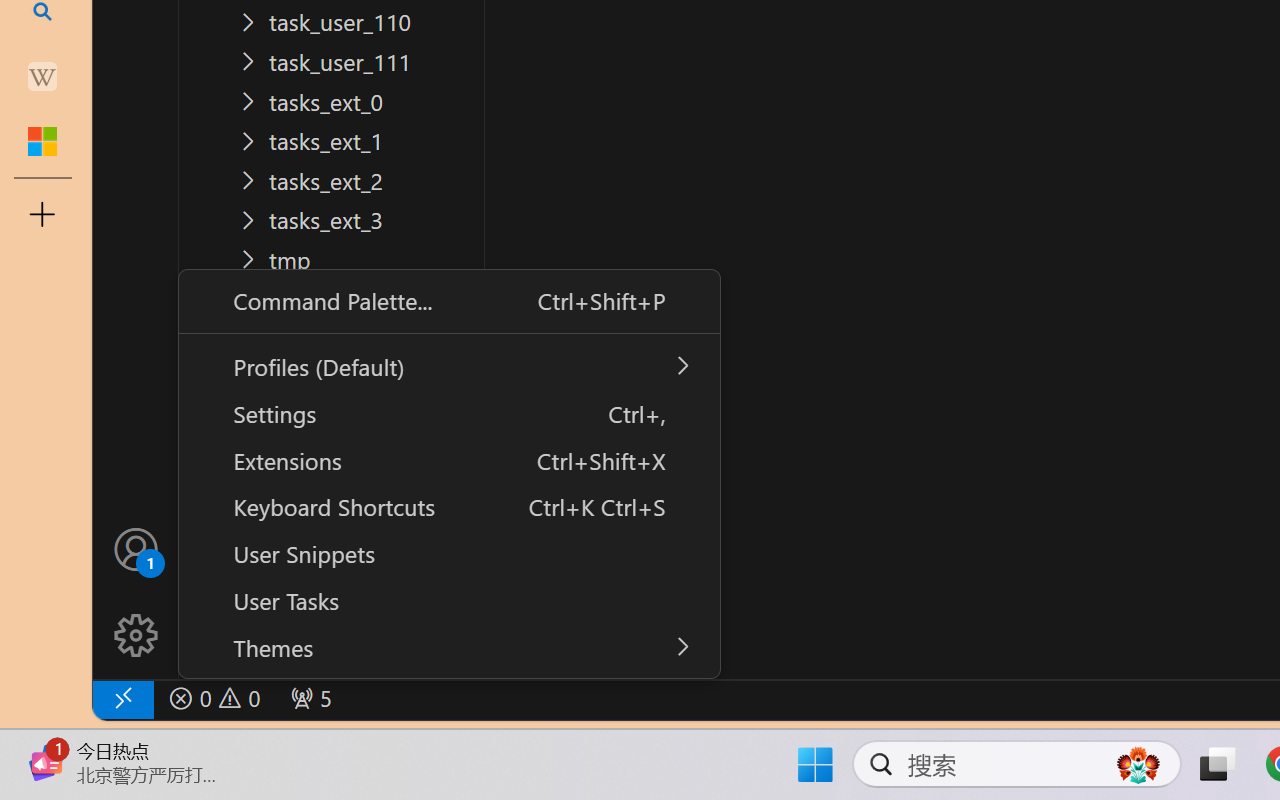 The image size is (1280, 800). I want to click on 'remote', so click(121, 698).